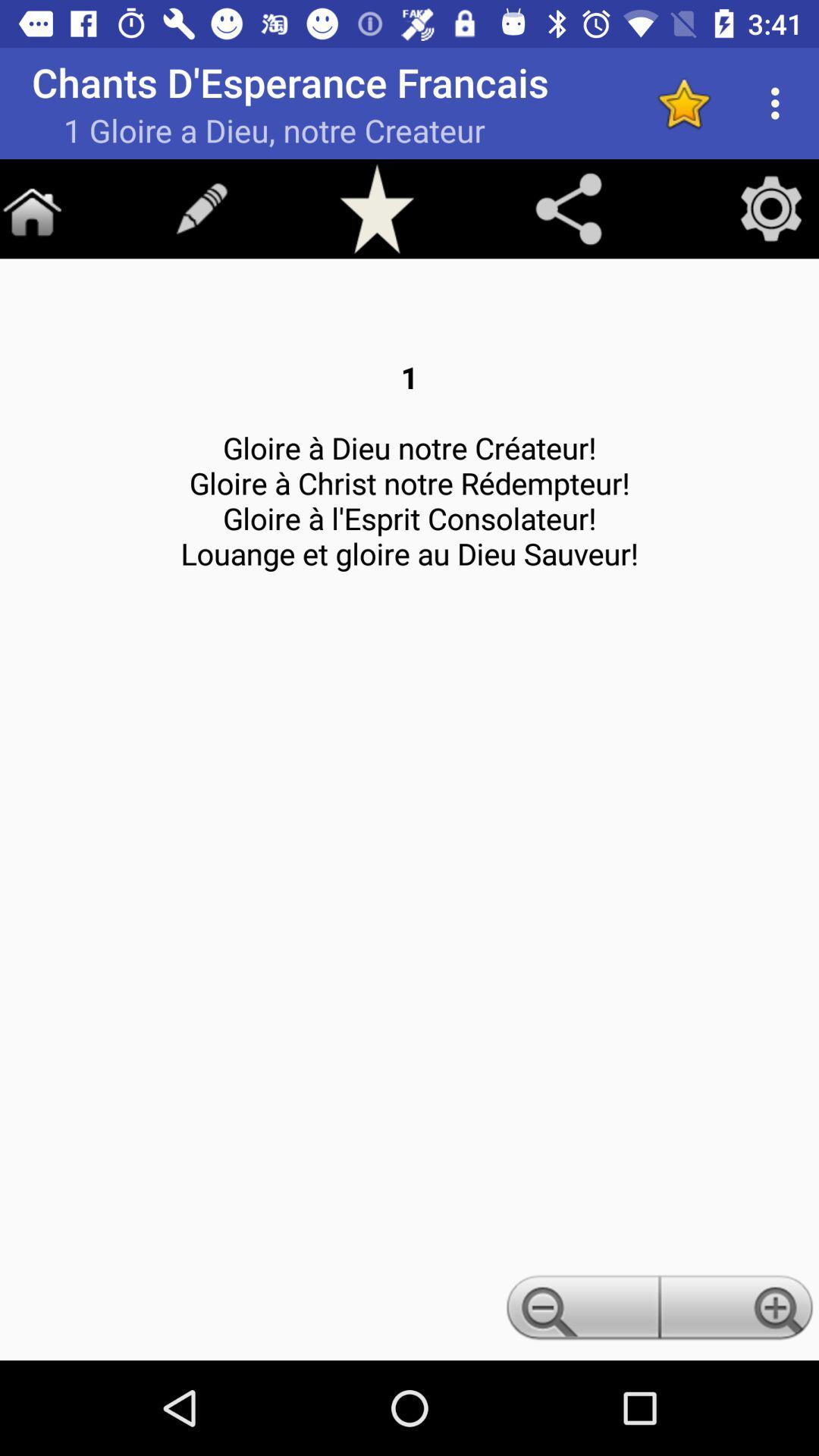 This screenshot has width=819, height=1456. What do you see at coordinates (376, 208) in the screenshot?
I see `the item below the 1 gloire a item` at bounding box center [376, 208].